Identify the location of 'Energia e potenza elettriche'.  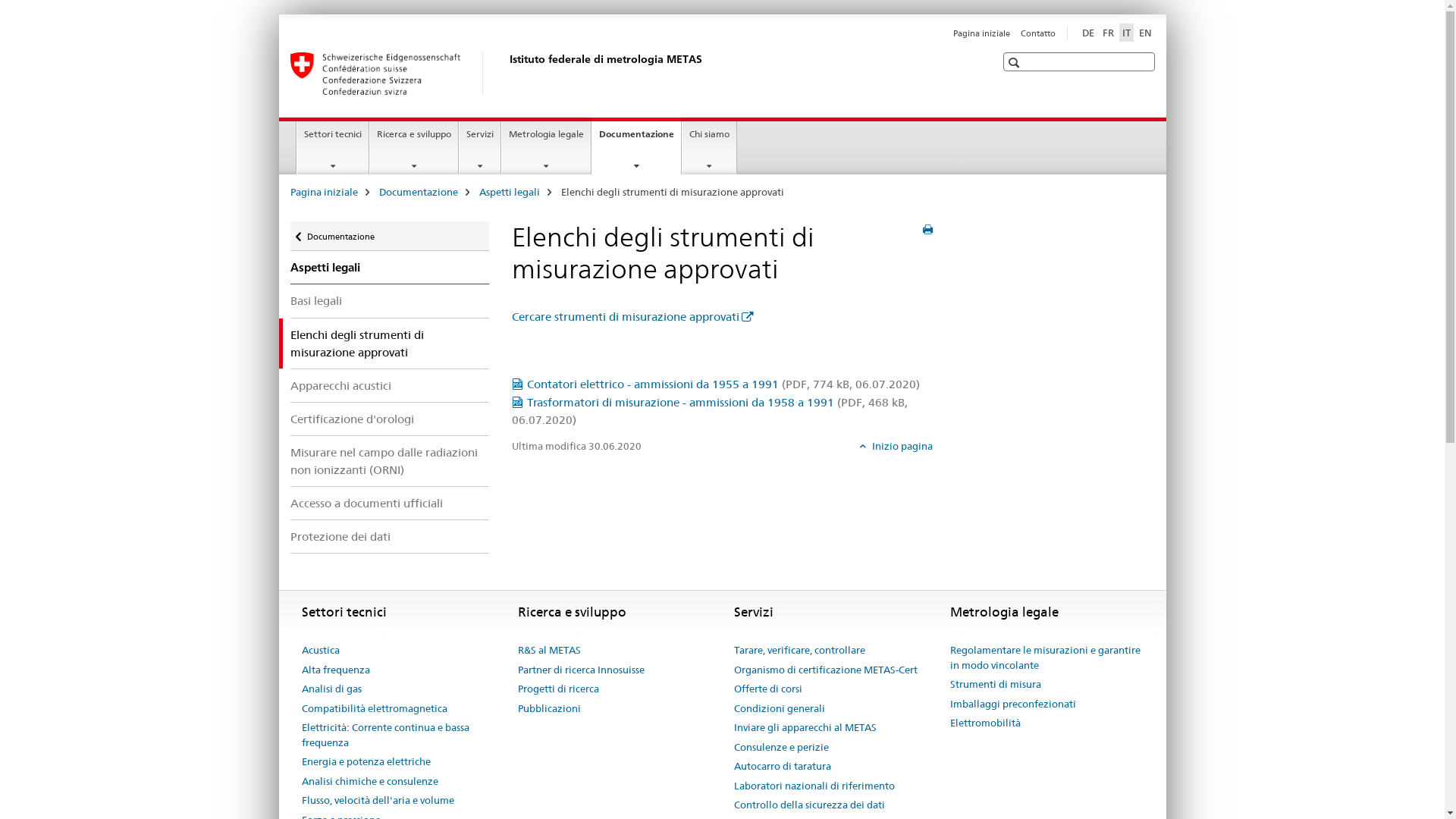
(366, 762).